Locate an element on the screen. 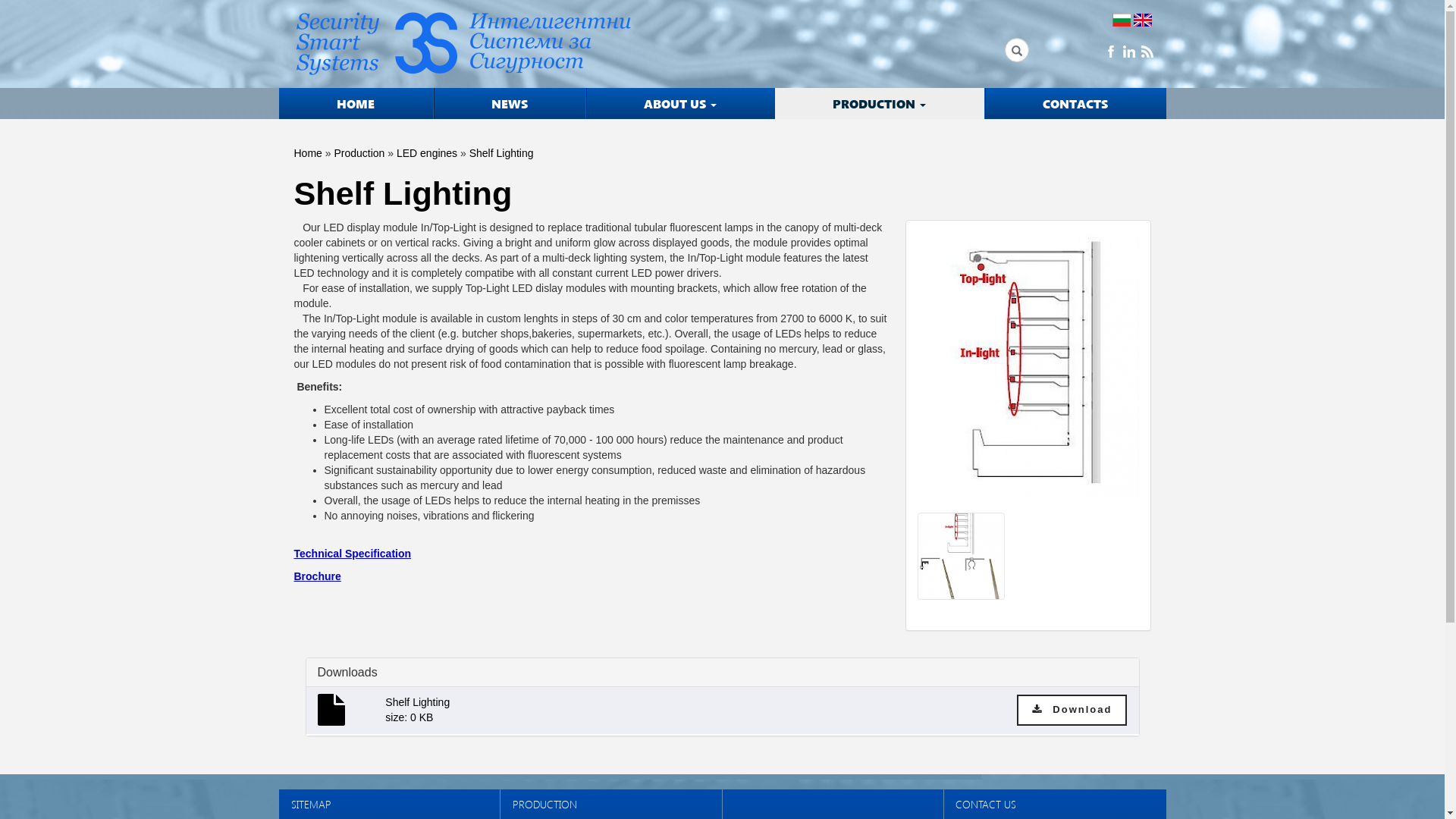 Image resolution: width=1456 pixels, height=819 pixels. 'LED engines' is located at coordinates (425, 152).